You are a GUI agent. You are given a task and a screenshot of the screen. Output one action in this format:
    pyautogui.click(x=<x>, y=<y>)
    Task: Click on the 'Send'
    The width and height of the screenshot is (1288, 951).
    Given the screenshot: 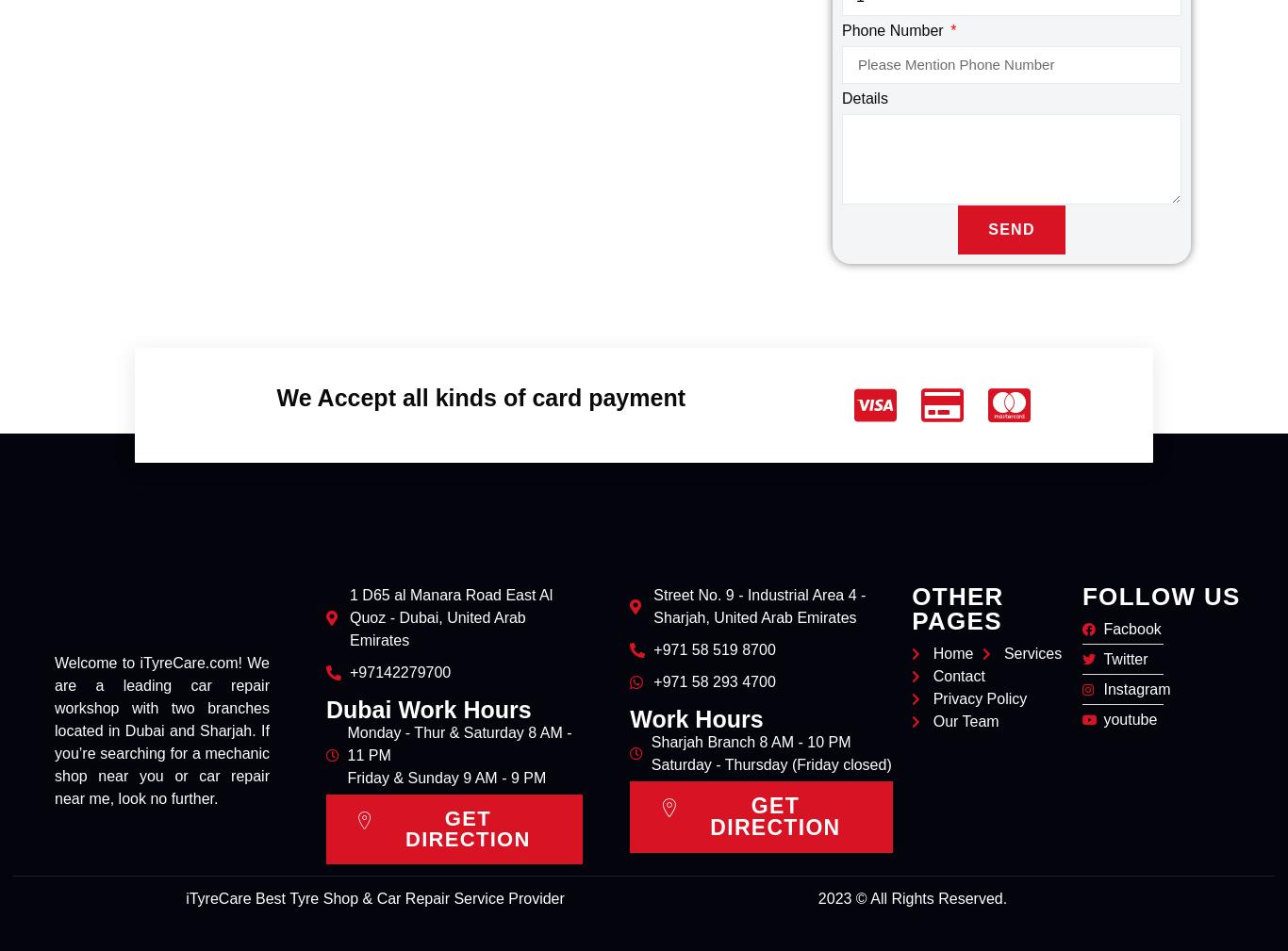 What is the action you would take?
    pyautogui.click(x=986, y=227)
    